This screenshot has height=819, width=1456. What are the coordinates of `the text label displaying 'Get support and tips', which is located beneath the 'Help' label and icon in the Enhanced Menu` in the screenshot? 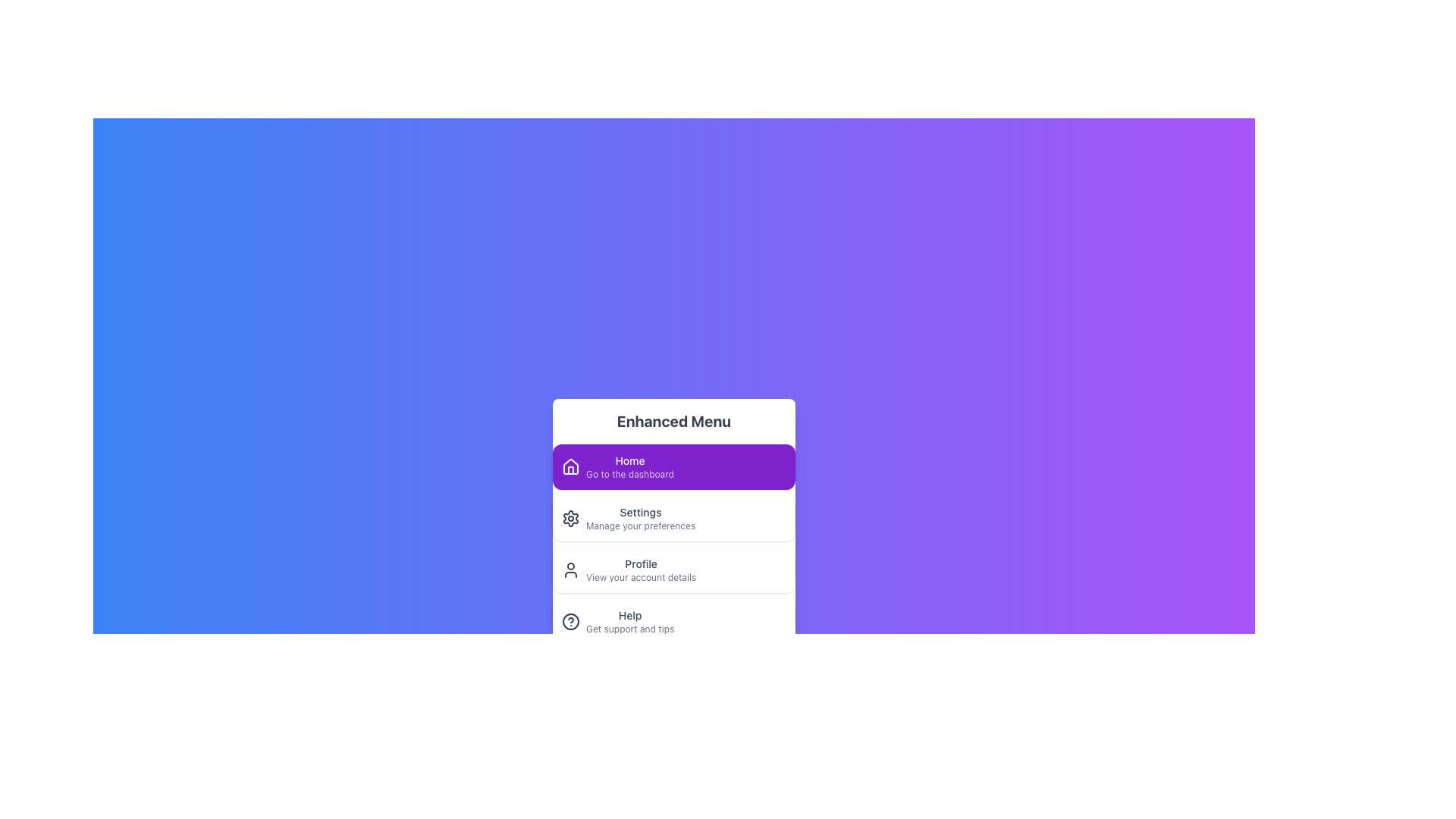 It's located at (630, 629).